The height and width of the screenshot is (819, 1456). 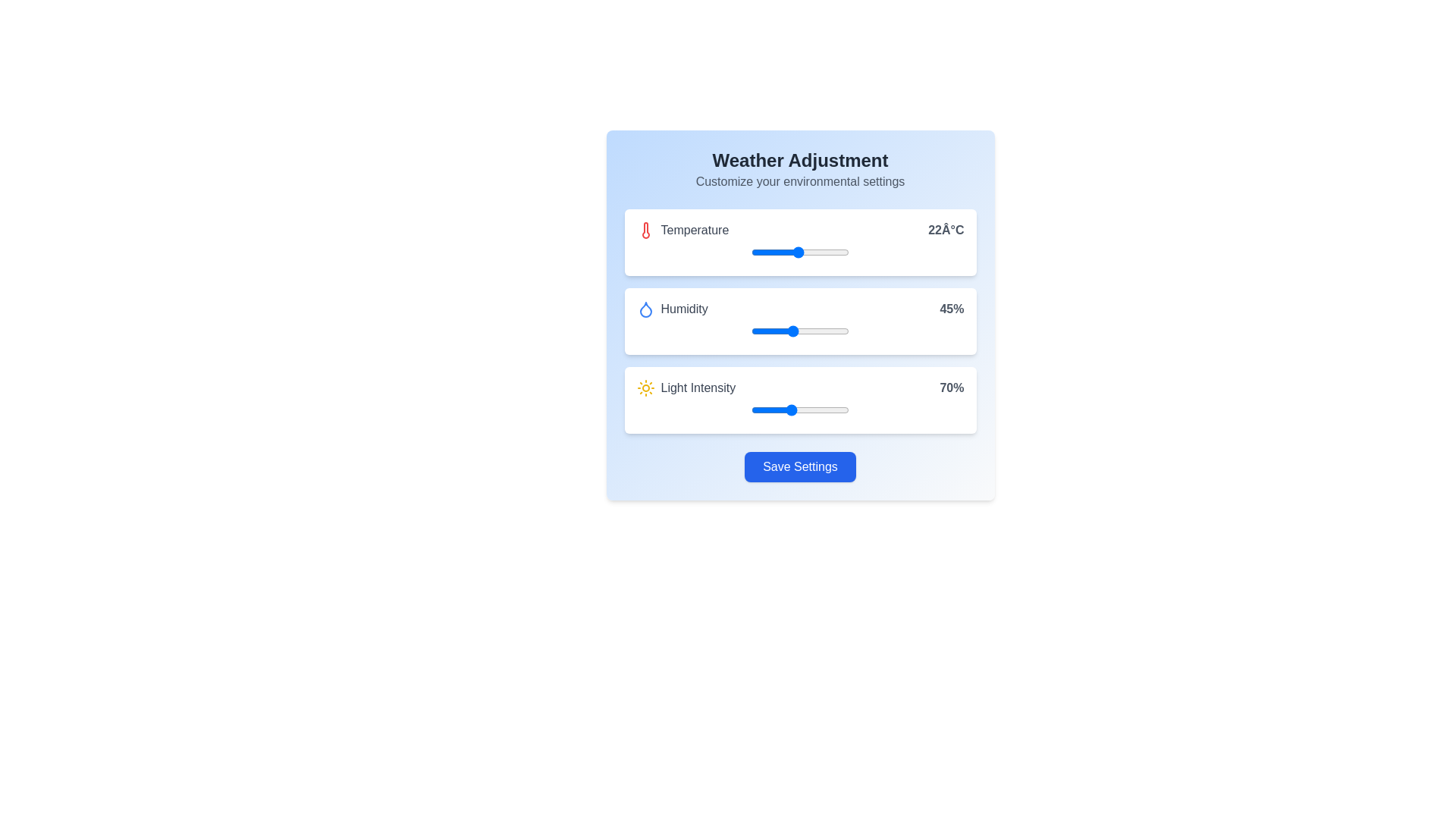 What do you see at coordinates (787, 330) in the screenshot?
I see `the humidity` at bounding box center [787, 330].